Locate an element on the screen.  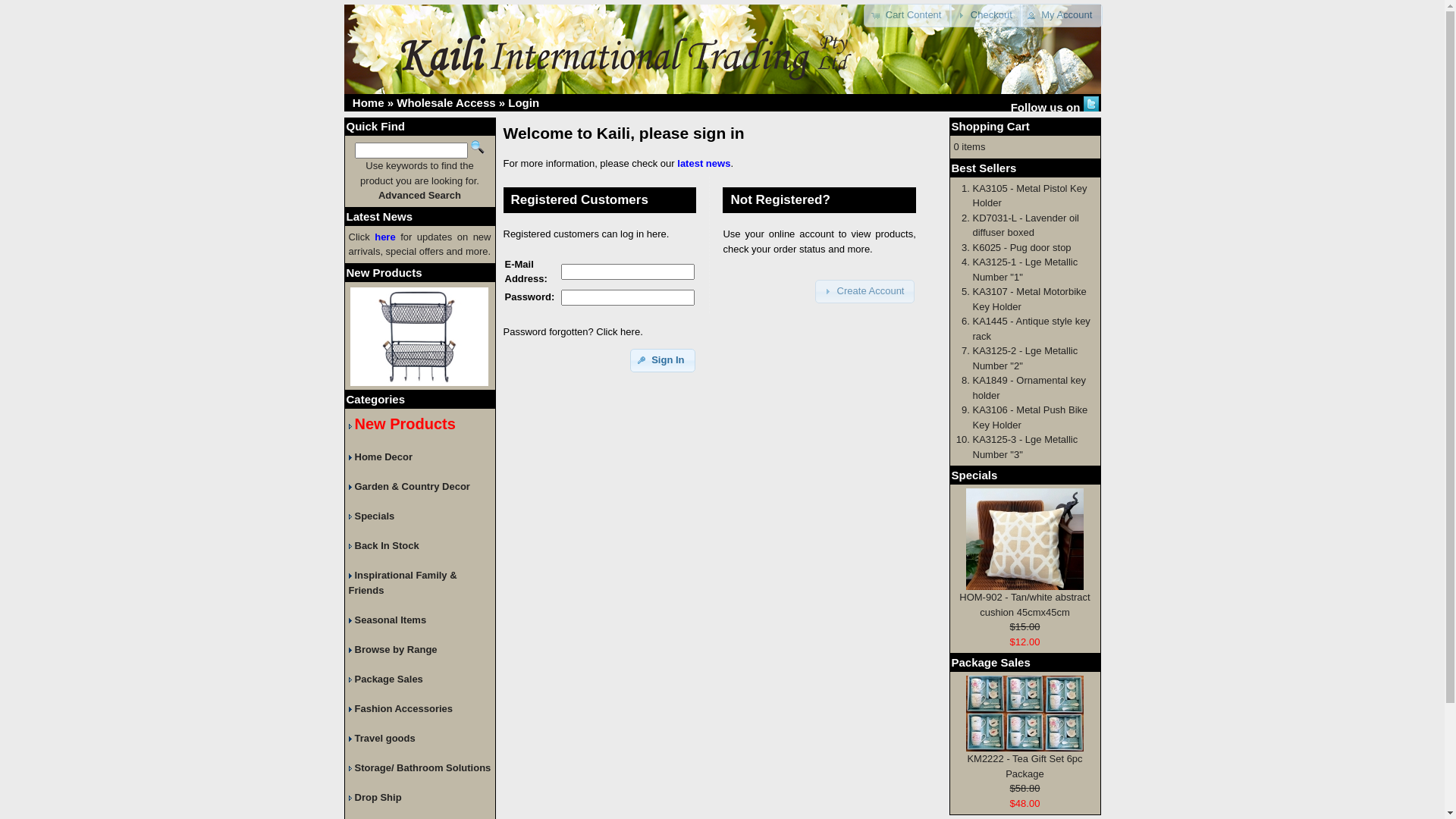
'Drop Ship' is located at coordinates (375, 796).